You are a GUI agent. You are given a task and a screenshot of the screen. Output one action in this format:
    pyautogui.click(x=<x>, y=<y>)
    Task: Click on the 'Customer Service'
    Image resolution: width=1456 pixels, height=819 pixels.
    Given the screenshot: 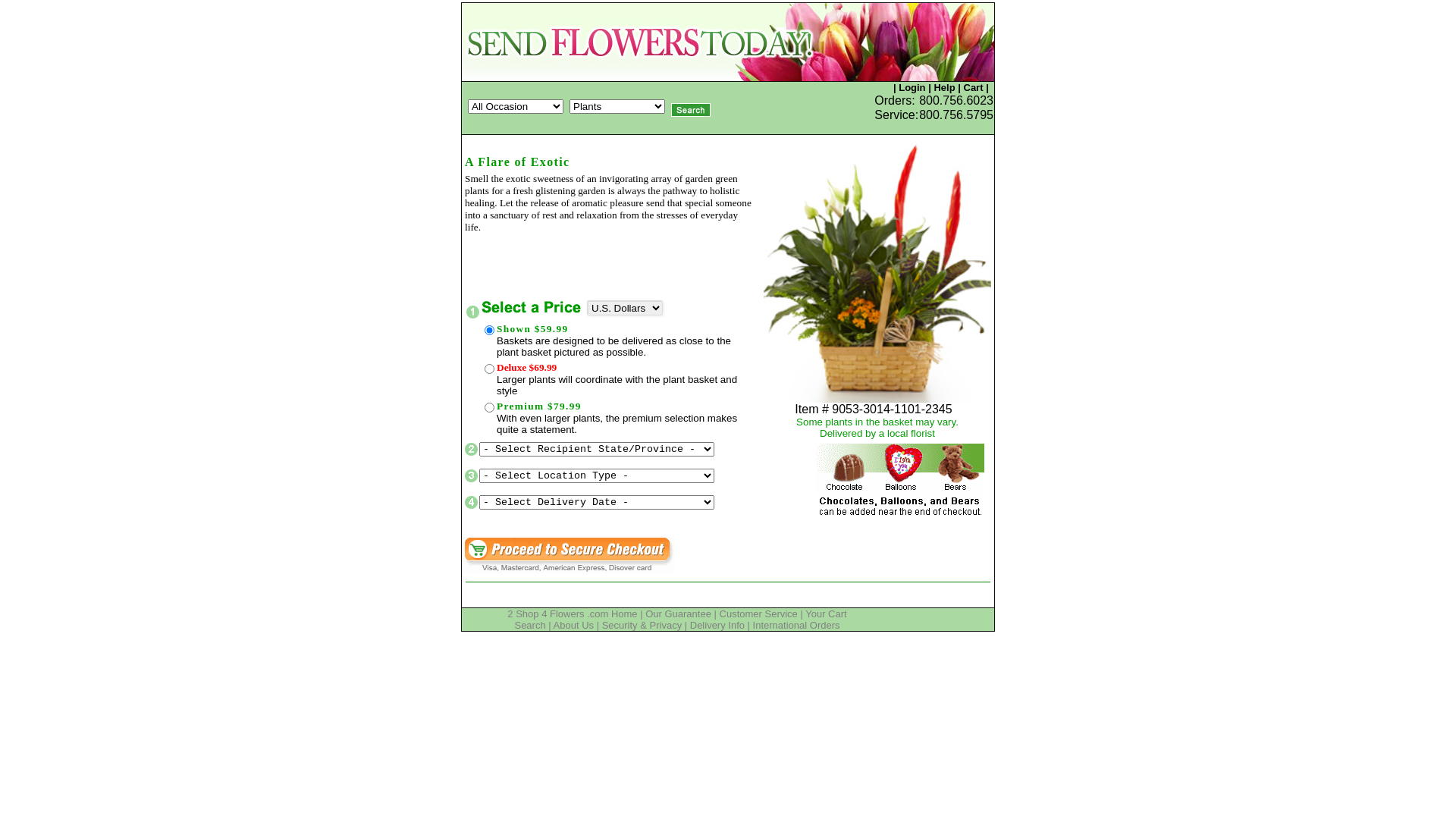 What is the action you would take?
    pyautogui.click(x=758, y=613)
    